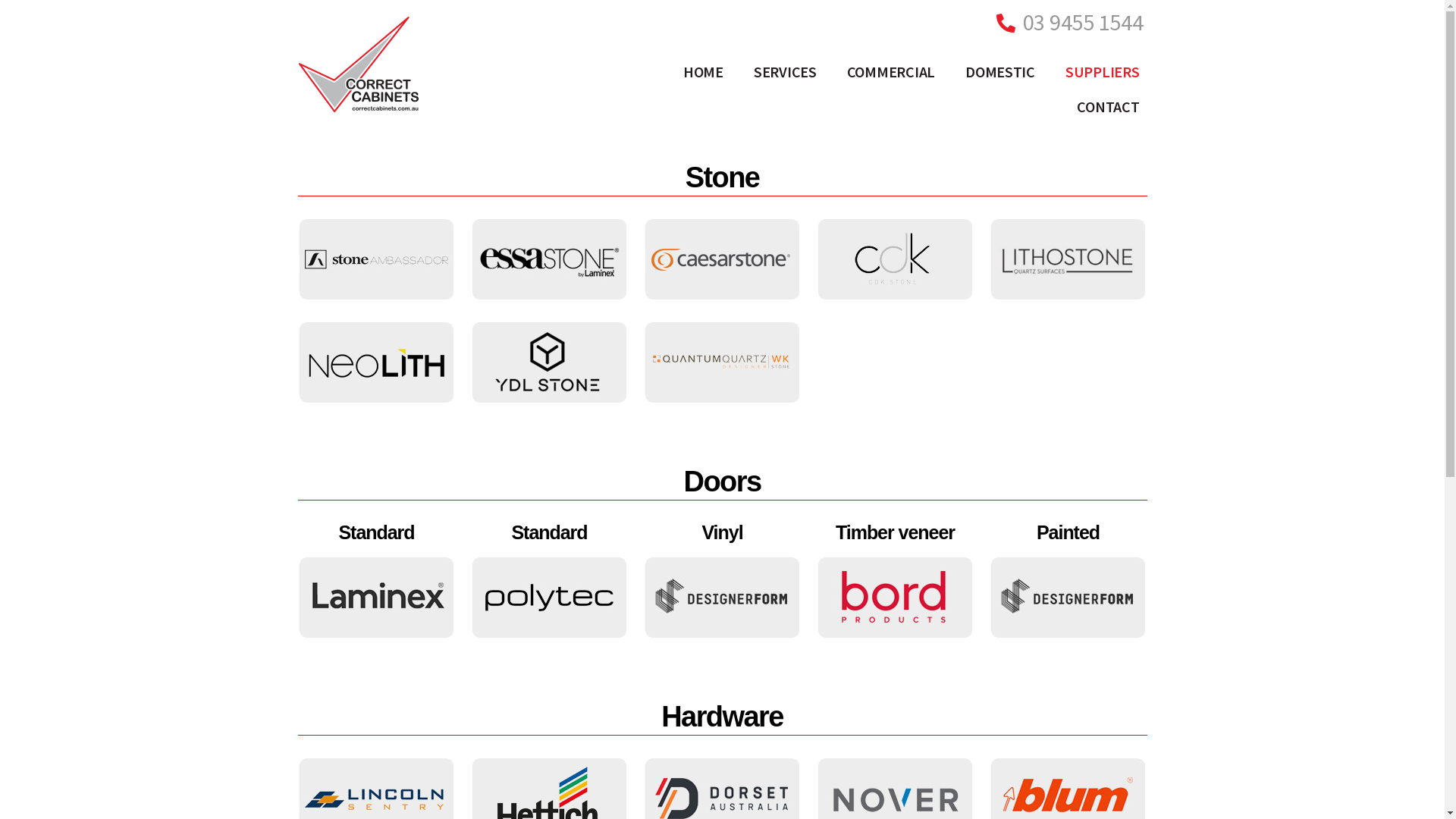 Image resolution: width=1456 pixels, height=819 pixels. Describe the element at coordinates (949, 72) in the screenshot. I see `'DOMESTIC'` at that location.